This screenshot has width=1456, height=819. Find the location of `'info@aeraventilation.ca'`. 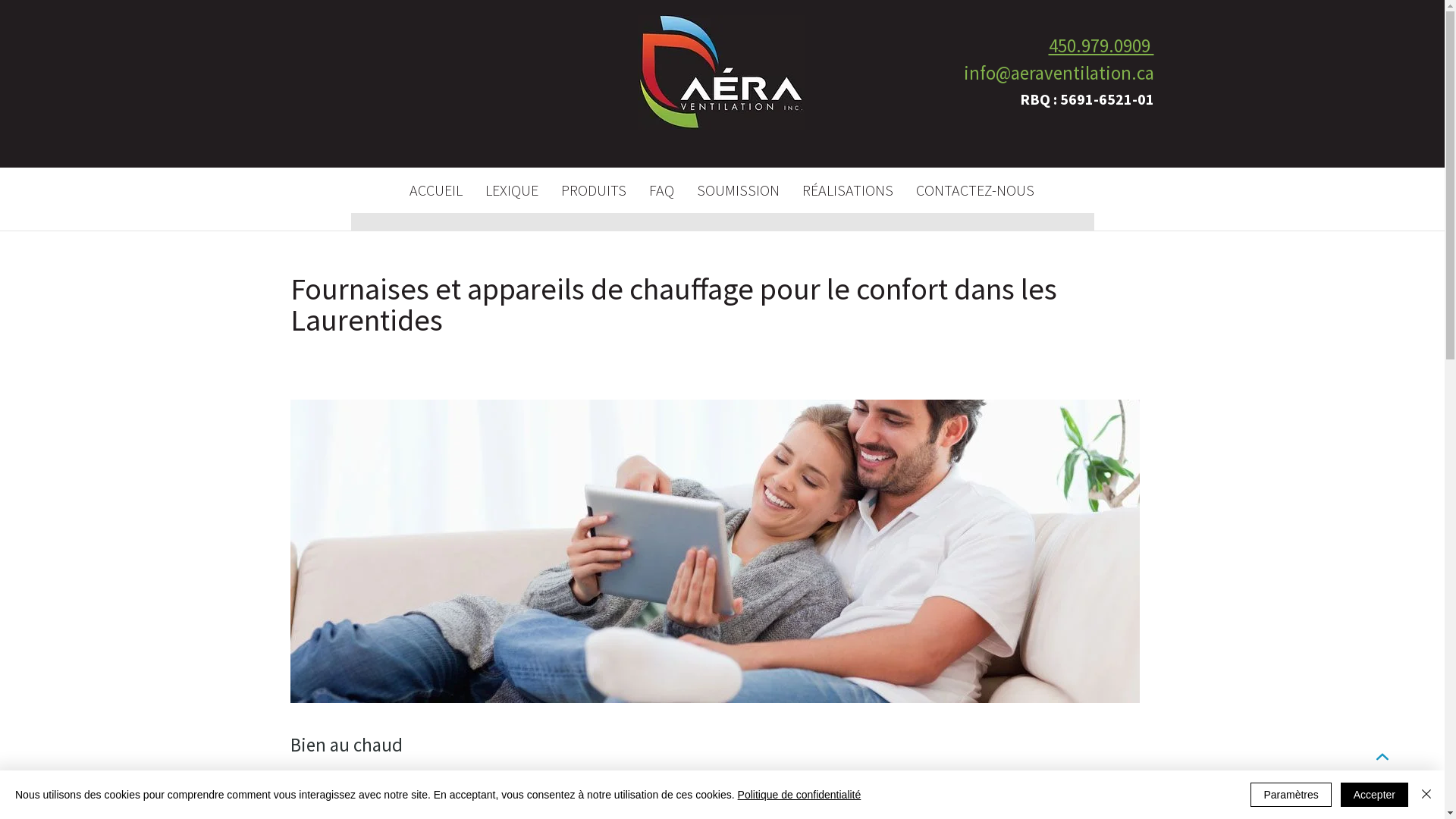

'info@aeraventilation.ca' is located at coordinates (1057, 77).